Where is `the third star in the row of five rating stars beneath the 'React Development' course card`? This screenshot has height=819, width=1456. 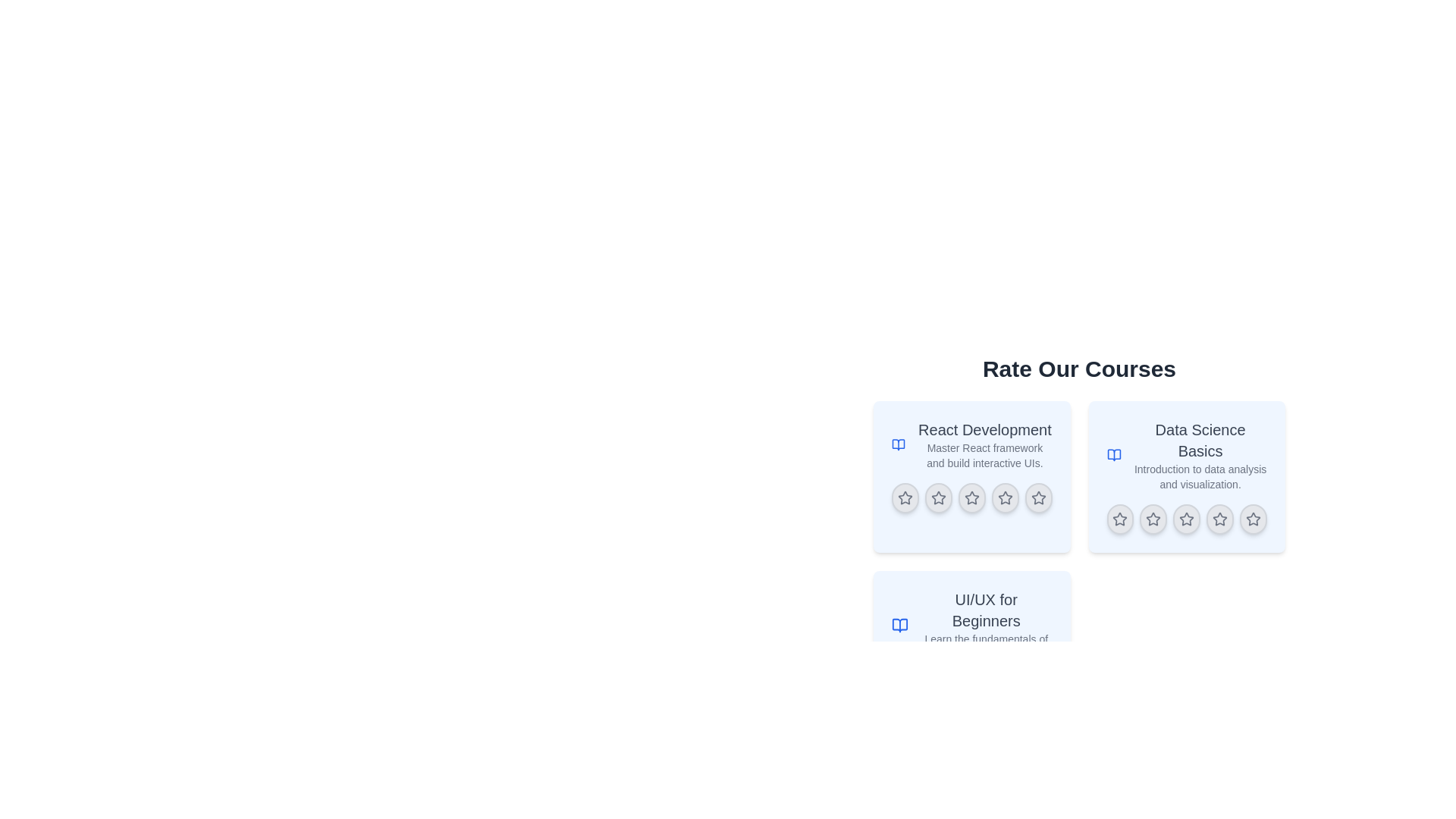 the third star in the row of five rating stars beneath the 'React Development' course card is located at coordinates (971, 497).